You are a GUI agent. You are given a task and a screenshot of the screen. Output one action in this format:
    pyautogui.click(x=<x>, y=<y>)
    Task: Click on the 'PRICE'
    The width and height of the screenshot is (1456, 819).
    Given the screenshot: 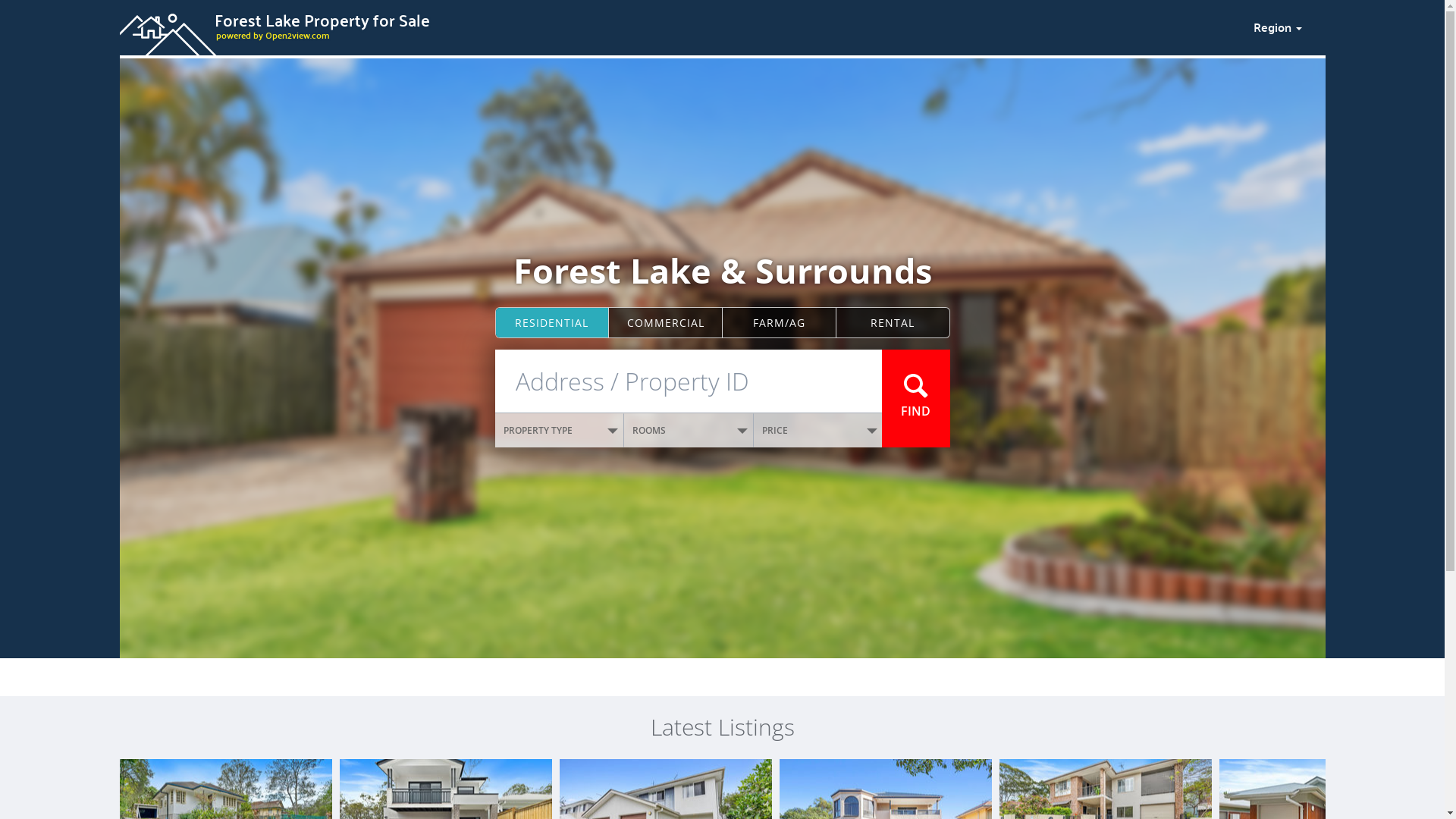 What is the action you would take?
    pyautogui.click(x=817, y=430)
    